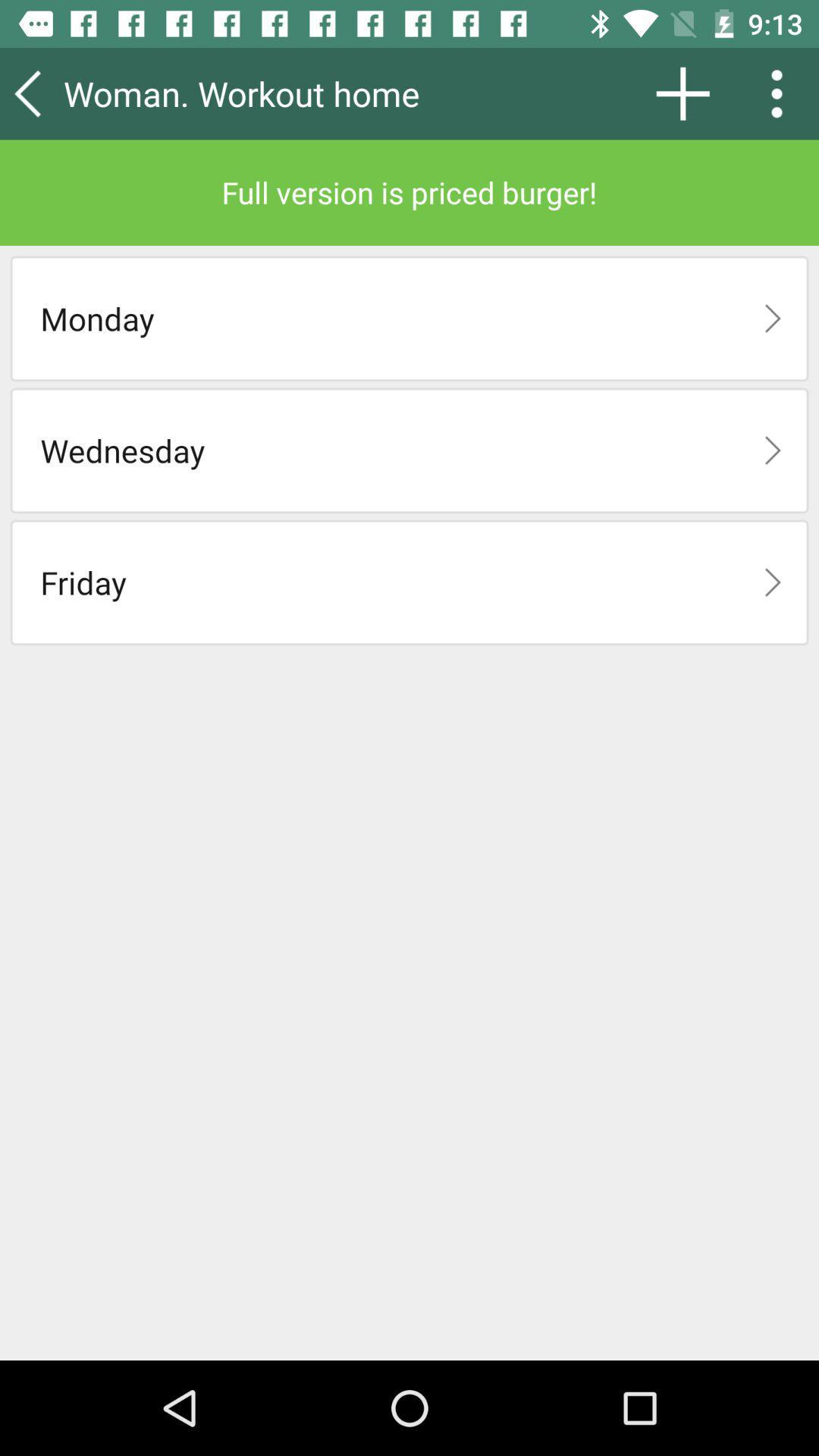 This screenshot has height=1456, width=819. I want to click on the add icon, so click(682, 93).